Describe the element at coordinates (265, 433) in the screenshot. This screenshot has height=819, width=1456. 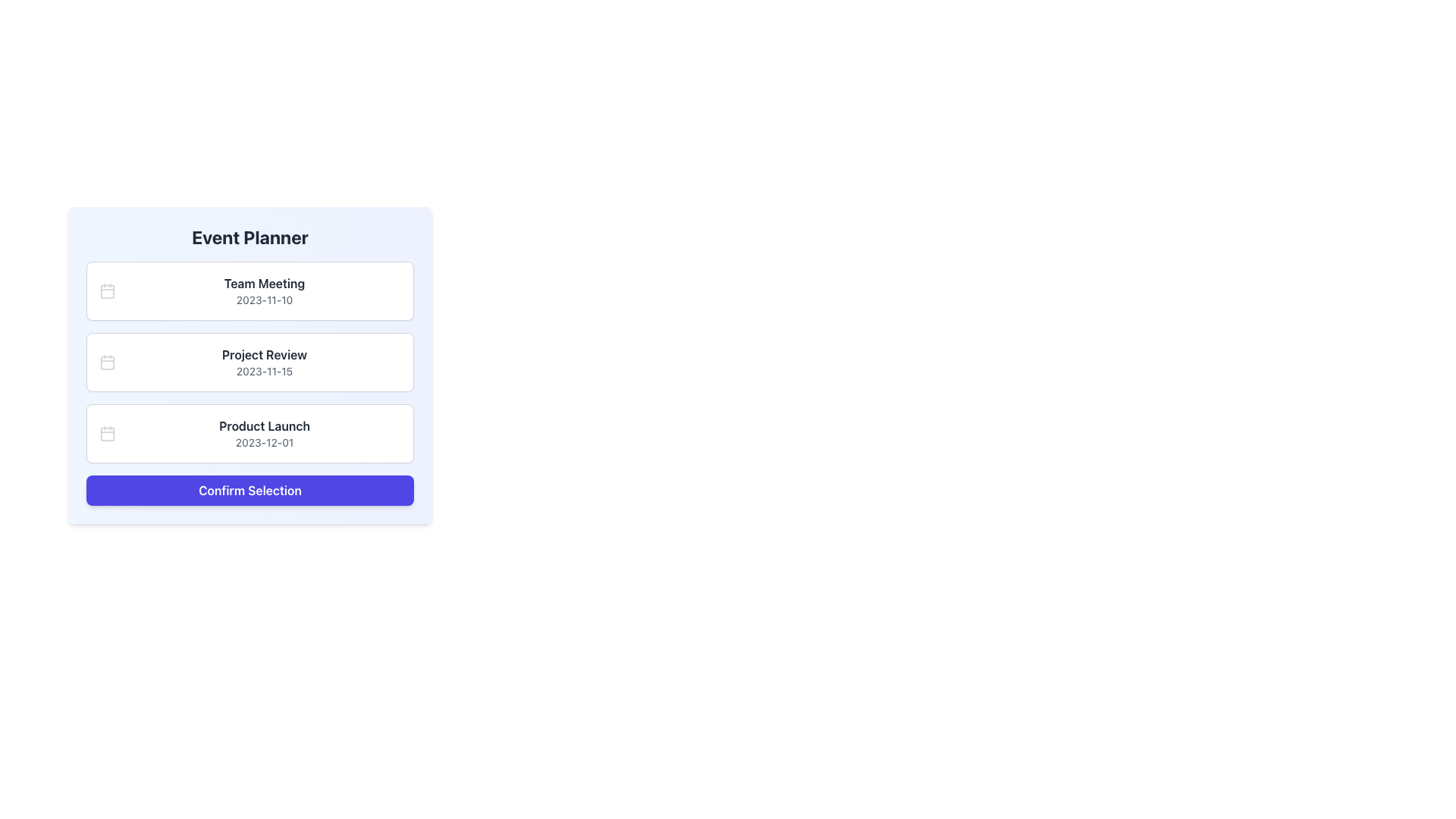
I see `the Information Display Block that shows the event titled 'Product Launch' with the date '2023-12-01' in the Event Planner section` at that location.